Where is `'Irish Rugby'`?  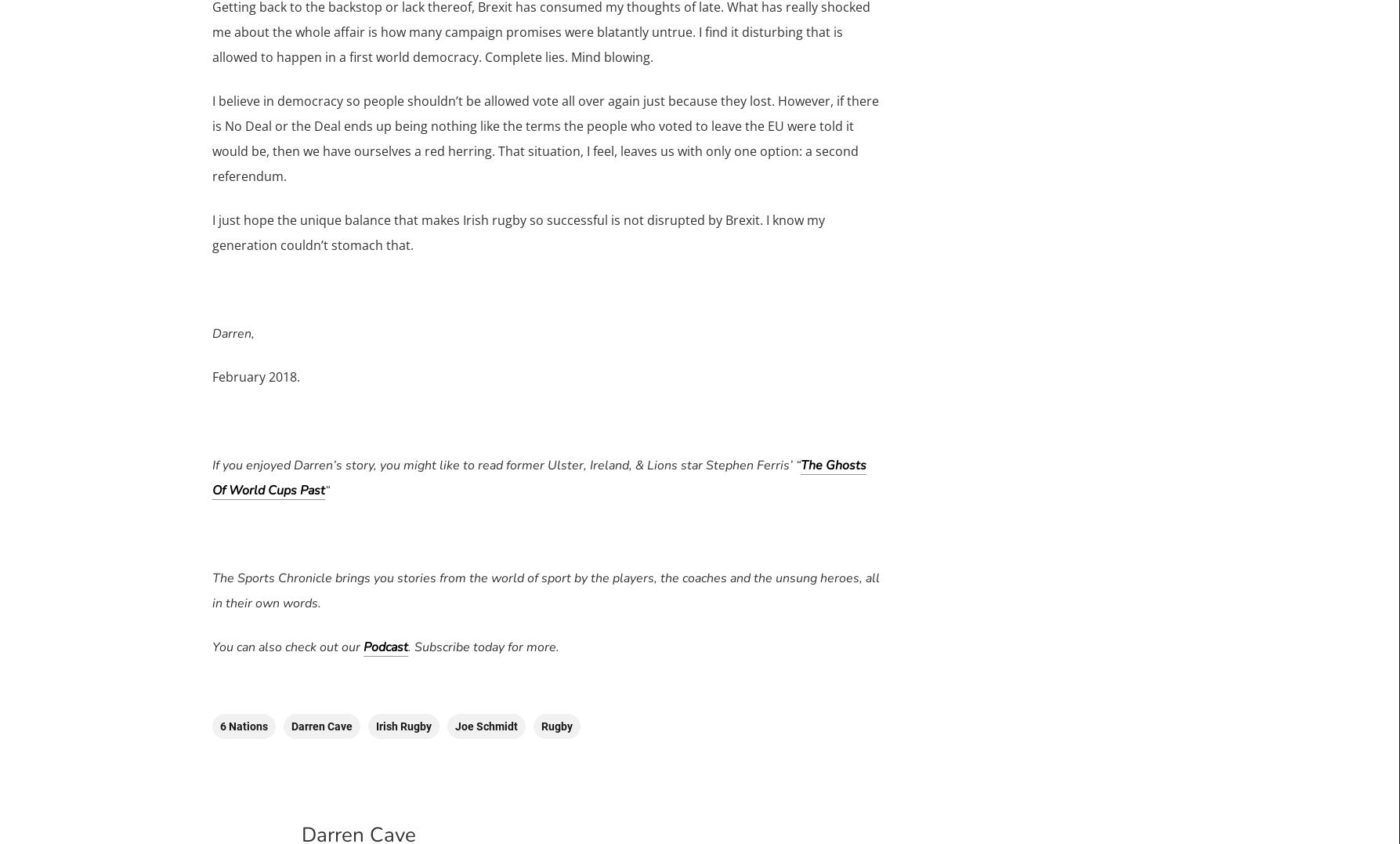 'Irish Rugby' is located at coordinates (403, 725).